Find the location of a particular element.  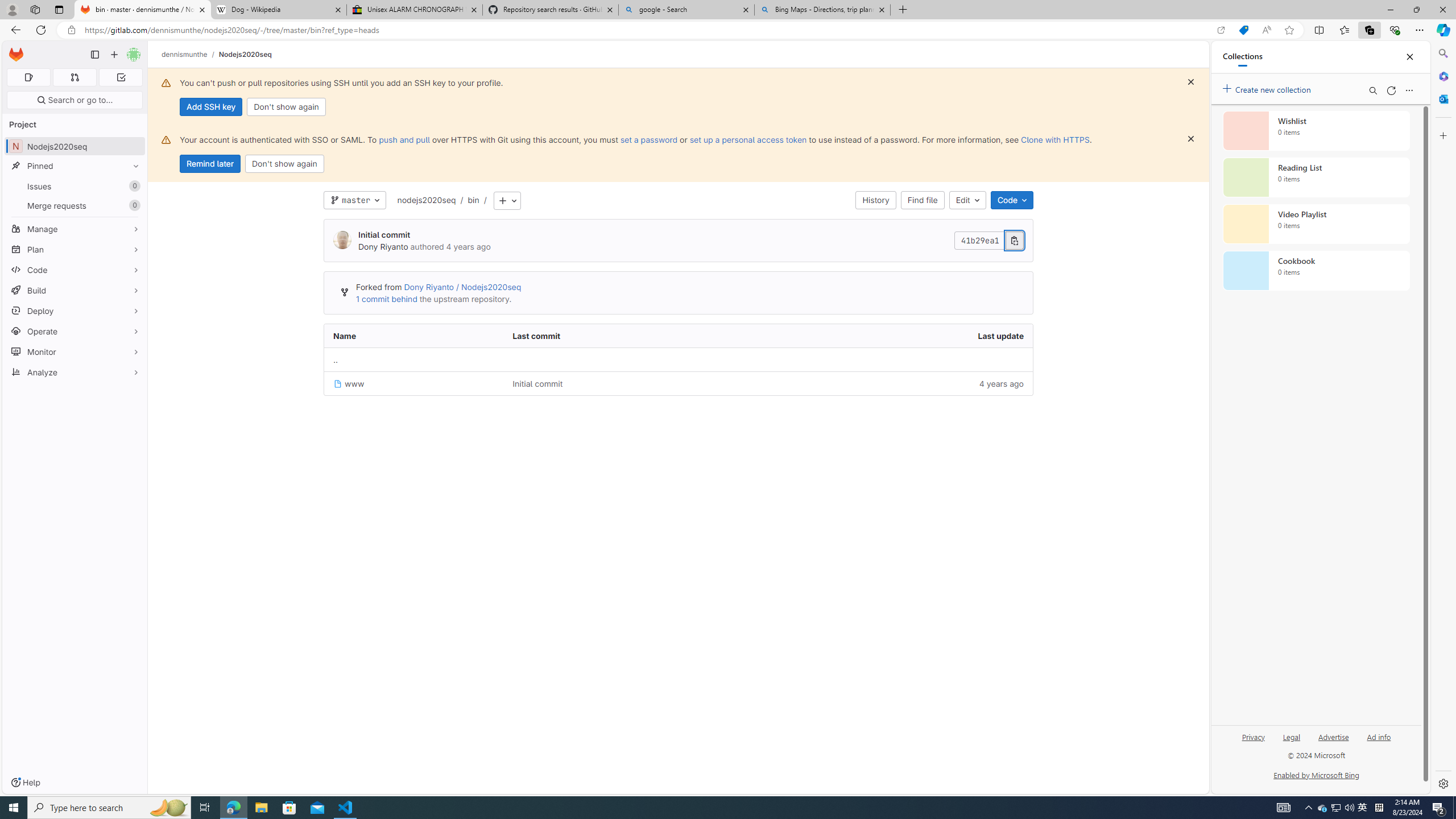

'Deploy' is located at coordinates (74, 310).